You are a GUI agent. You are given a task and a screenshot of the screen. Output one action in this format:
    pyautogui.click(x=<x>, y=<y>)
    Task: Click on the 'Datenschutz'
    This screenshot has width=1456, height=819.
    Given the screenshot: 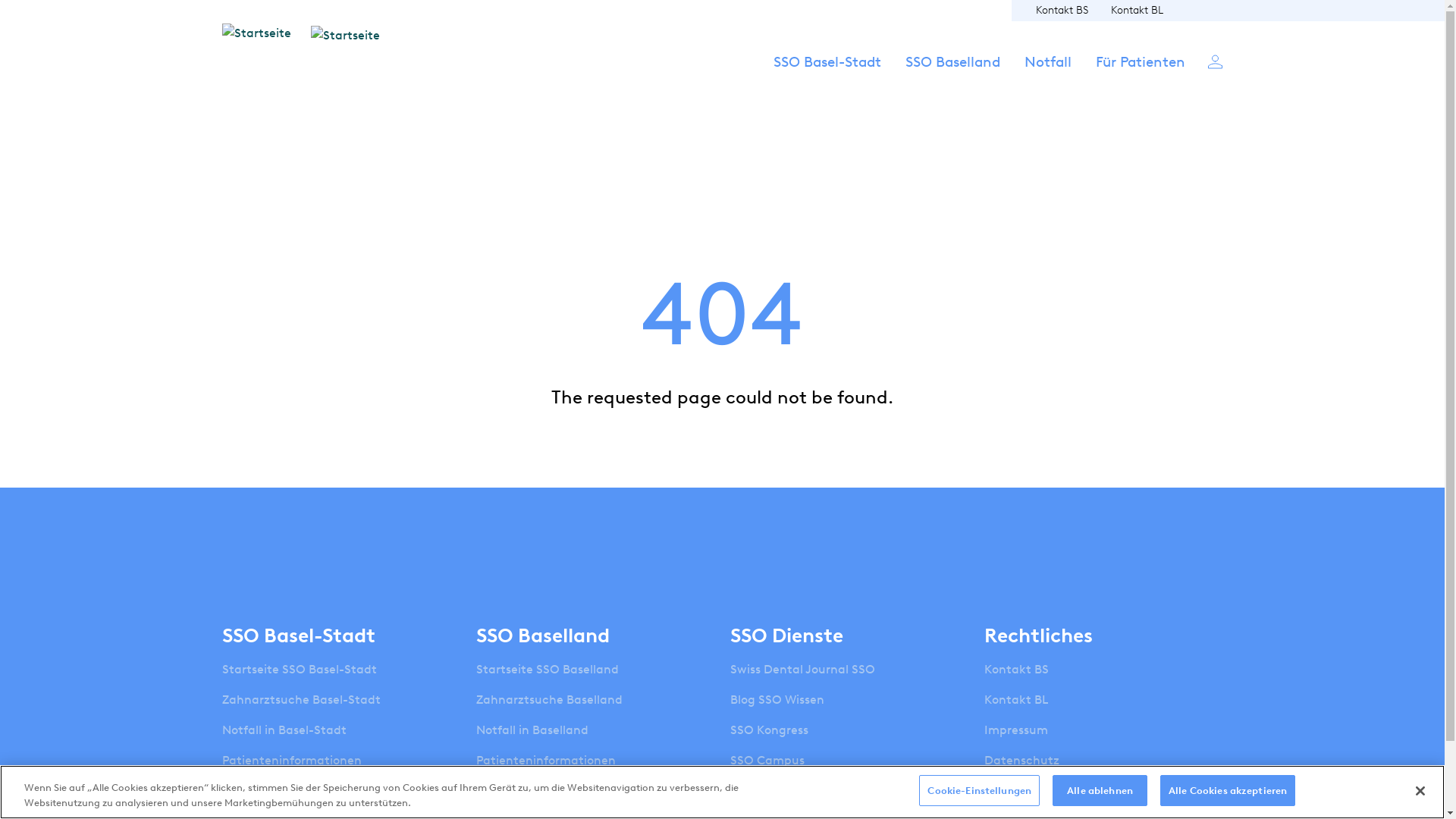 What is the action you would take?
    pyautogui.click(x=984, y=760)
    